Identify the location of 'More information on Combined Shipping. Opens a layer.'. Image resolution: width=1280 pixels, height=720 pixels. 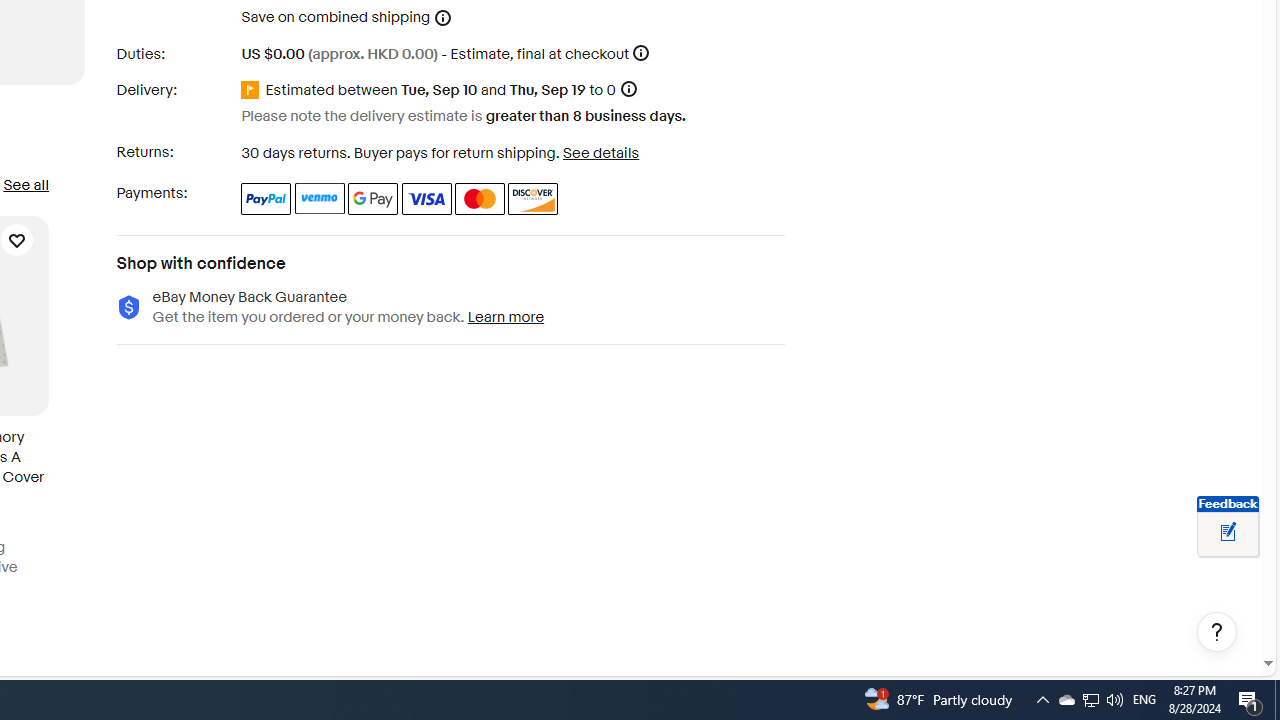
(442, 17).